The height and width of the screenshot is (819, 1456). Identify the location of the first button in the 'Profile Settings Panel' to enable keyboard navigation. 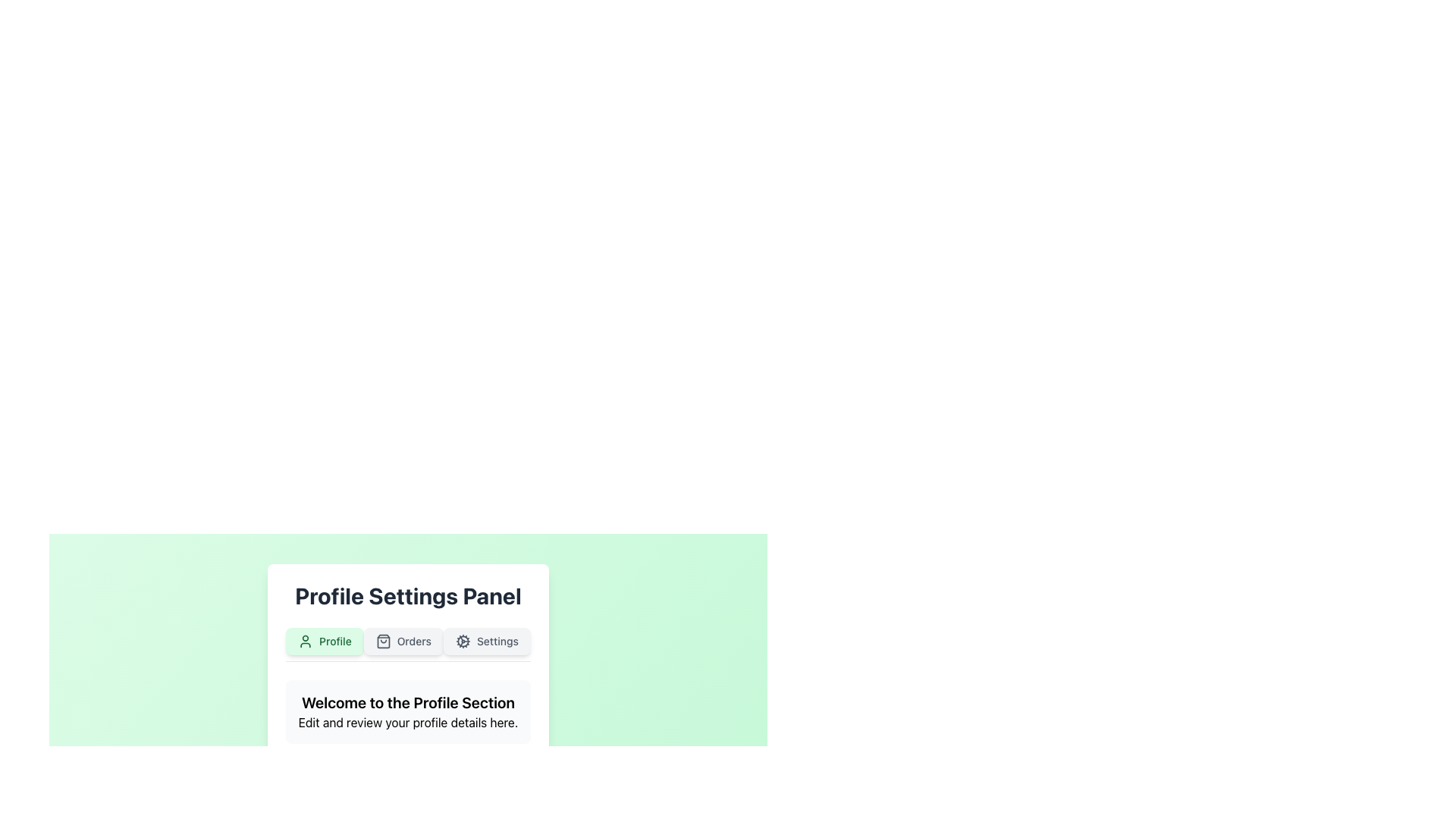
(324, 641).